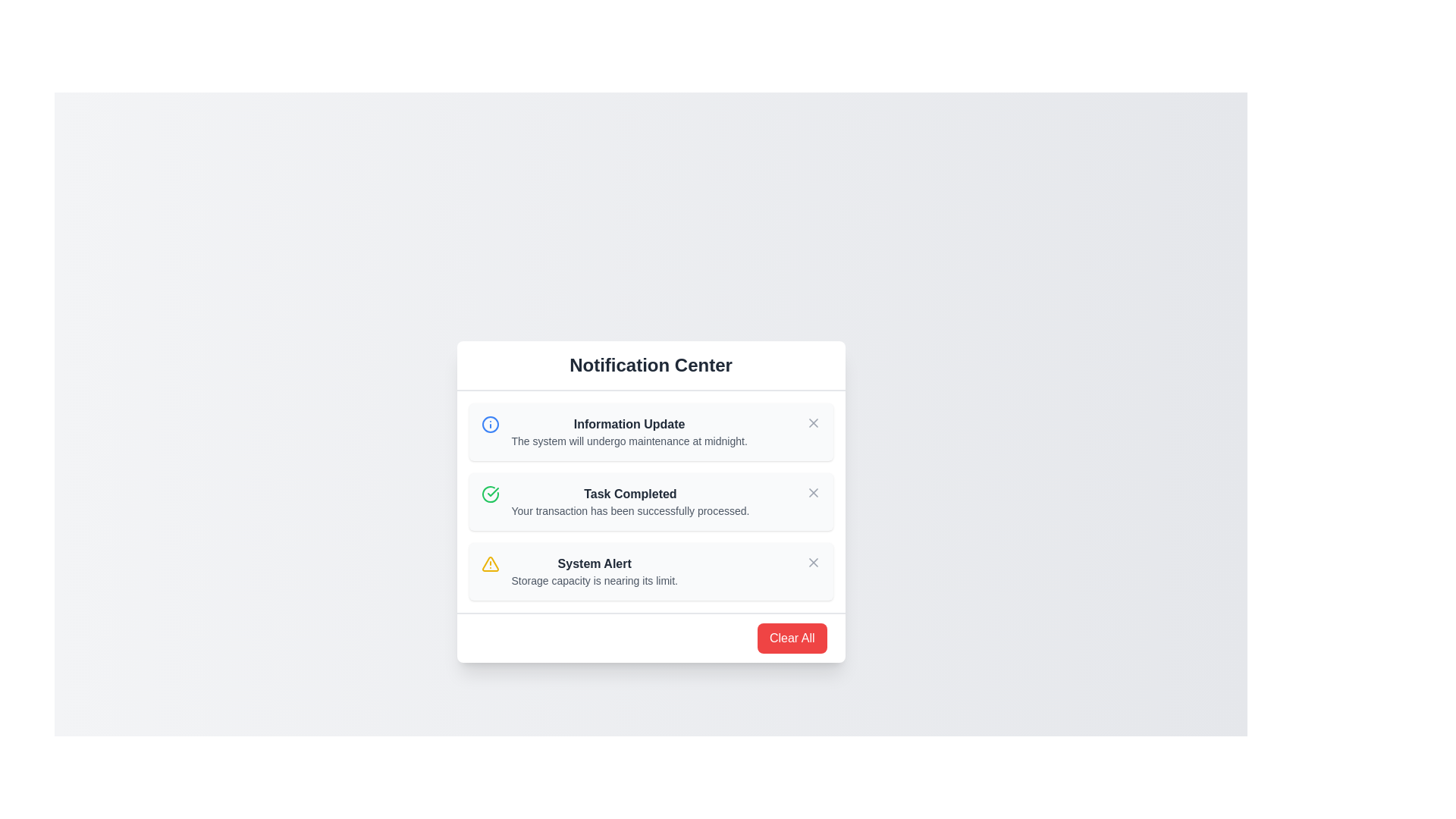 The width and height of the screenshot is (1456, 819). I want to click on the circular gray button with a central cross symbol located at the far right of the notification panel, so click(812, 423).